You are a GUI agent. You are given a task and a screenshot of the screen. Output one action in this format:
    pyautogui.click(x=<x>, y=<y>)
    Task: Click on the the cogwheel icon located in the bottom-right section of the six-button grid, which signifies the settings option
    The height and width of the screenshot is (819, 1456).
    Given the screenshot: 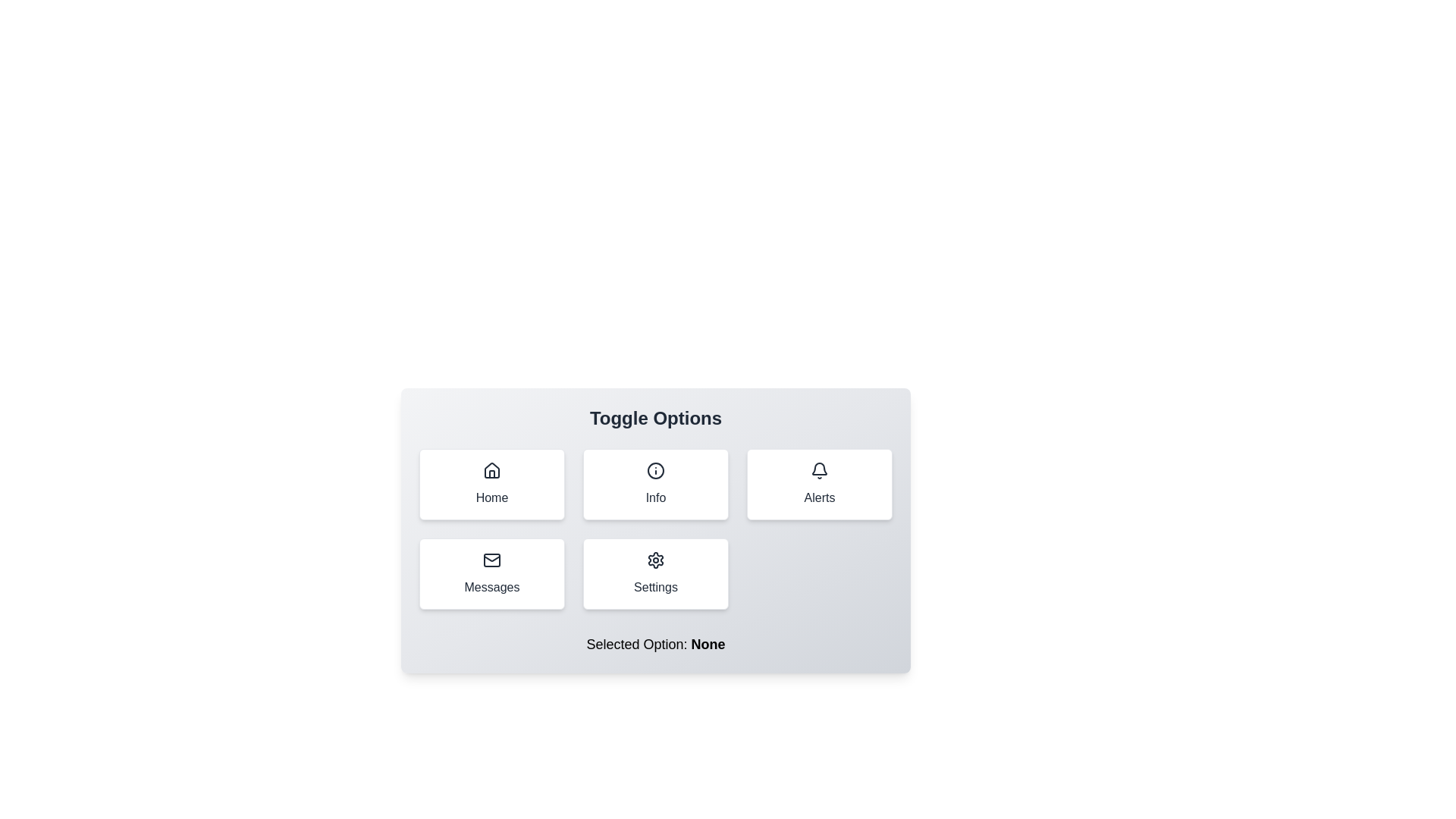 What is the action you would take?
    pyautogui.click(x=655, y=560)
    